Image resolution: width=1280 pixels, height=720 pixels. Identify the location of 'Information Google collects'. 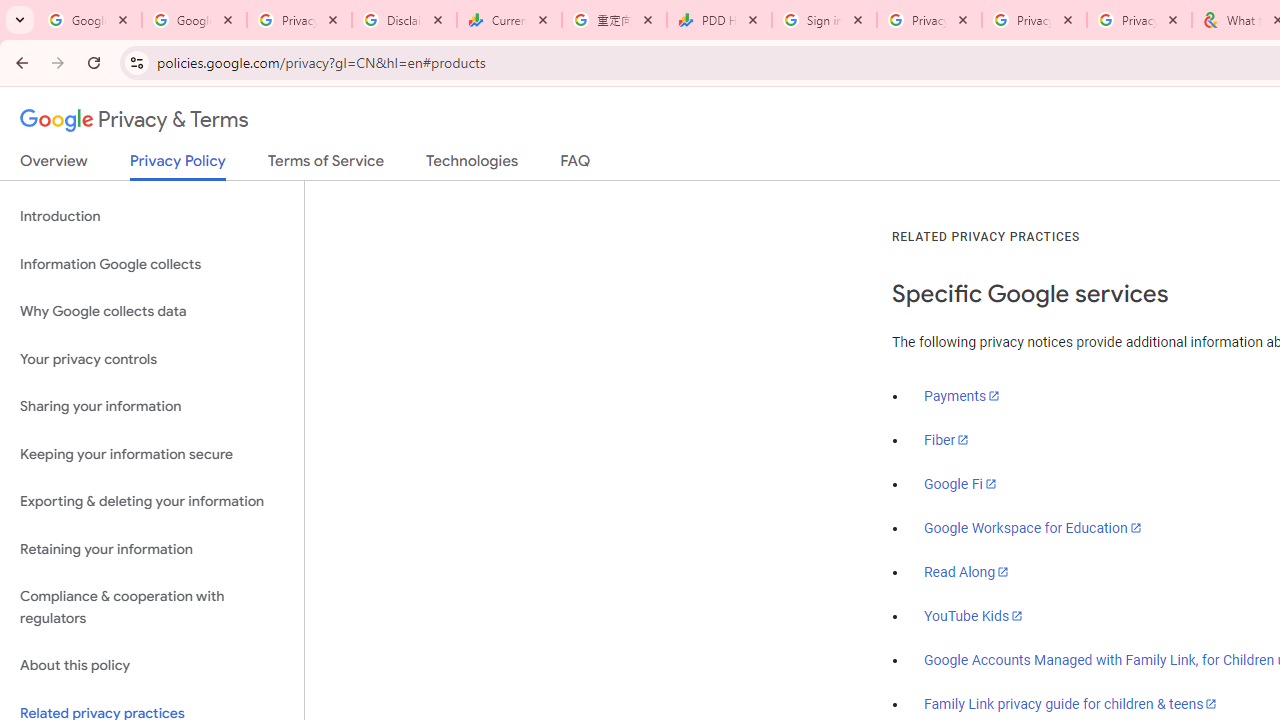
(151, 263).